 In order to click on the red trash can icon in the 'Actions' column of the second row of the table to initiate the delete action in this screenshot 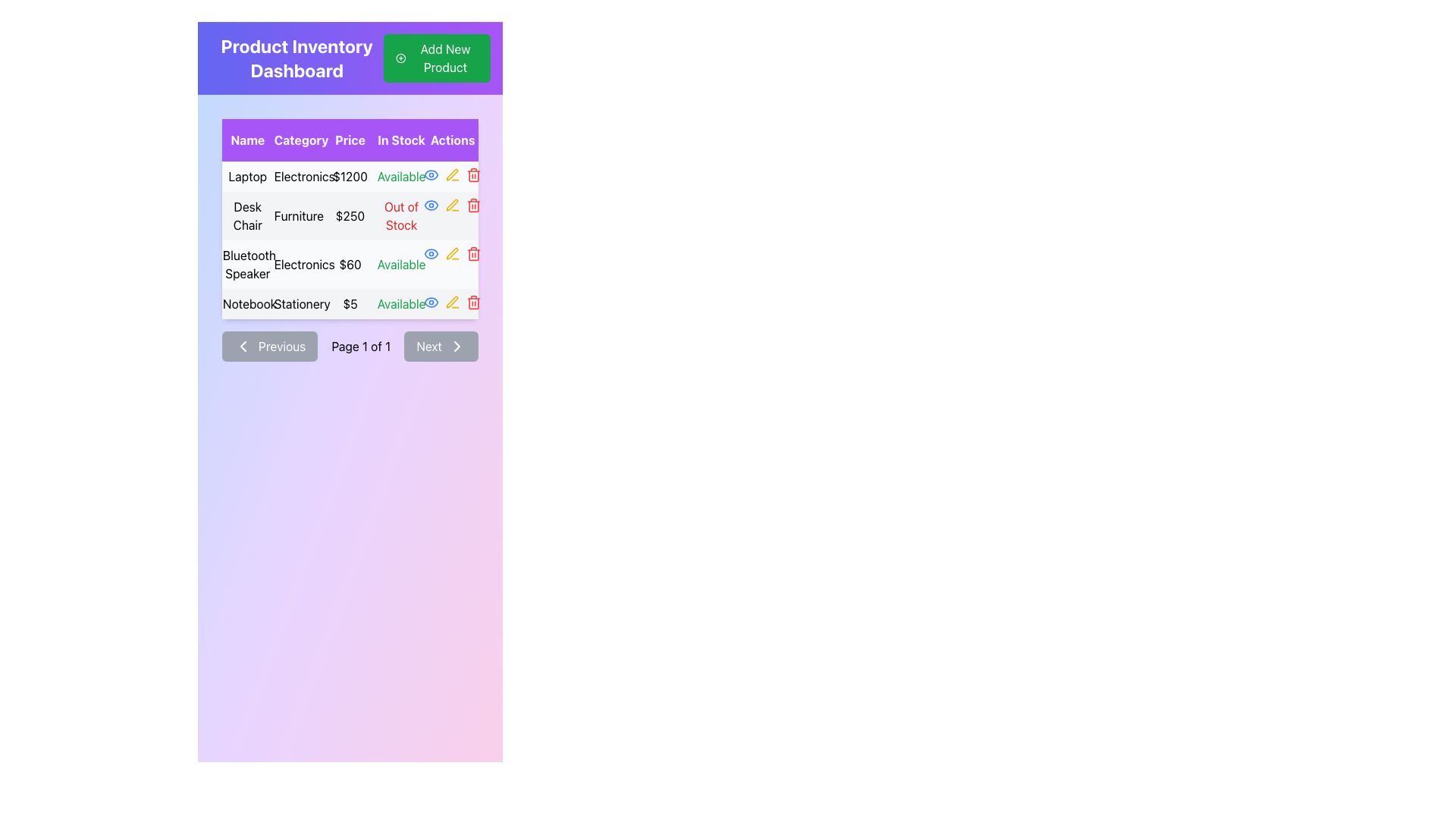, I will do `click(473, 205)`.